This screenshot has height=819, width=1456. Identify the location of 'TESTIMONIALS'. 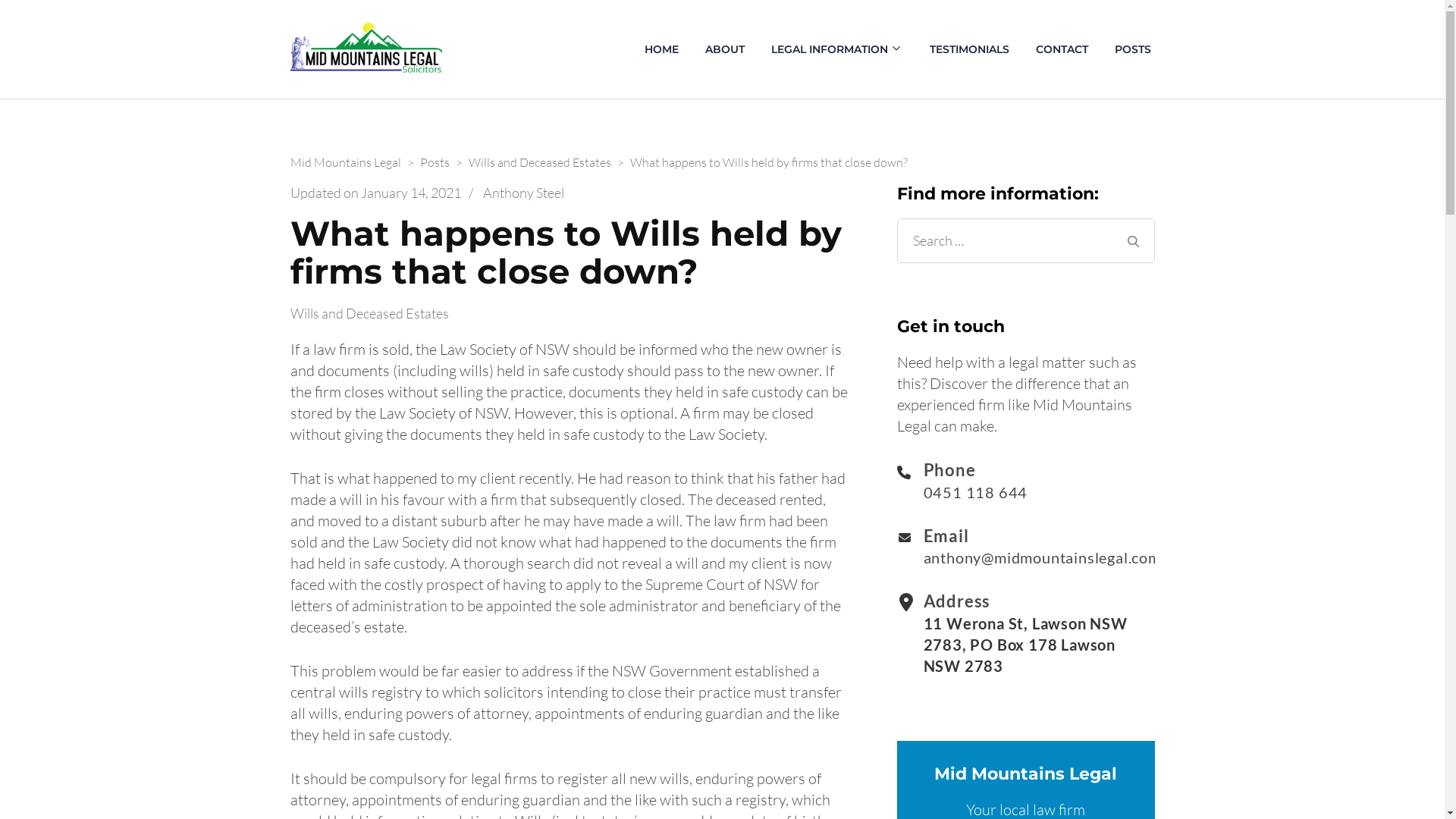
(968, 49).